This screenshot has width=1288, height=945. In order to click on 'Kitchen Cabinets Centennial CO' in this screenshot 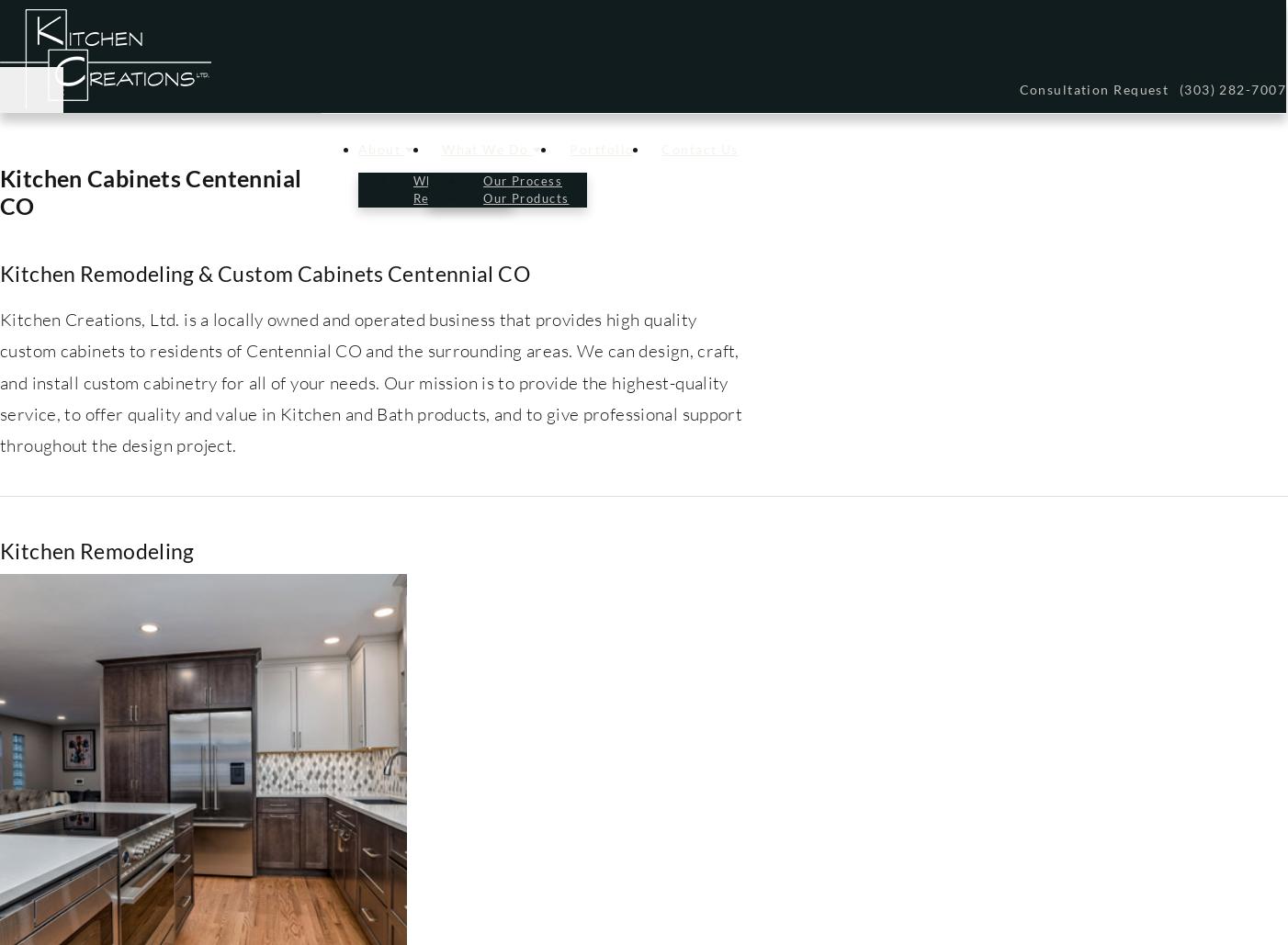, I will do `click(150, 191)`.